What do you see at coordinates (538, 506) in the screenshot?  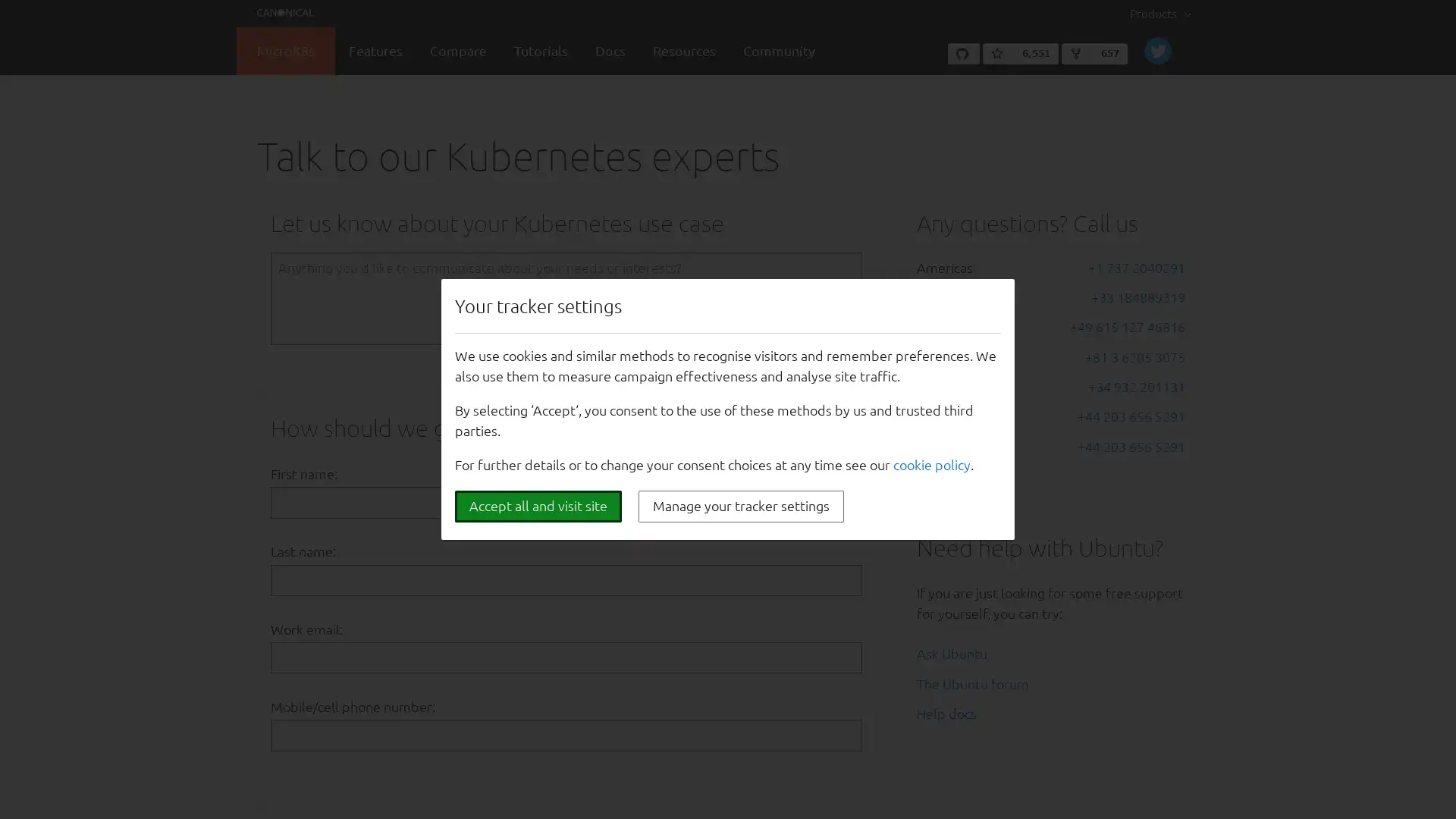 I see `Accept all and visit site` at bounding box center [538, 506].